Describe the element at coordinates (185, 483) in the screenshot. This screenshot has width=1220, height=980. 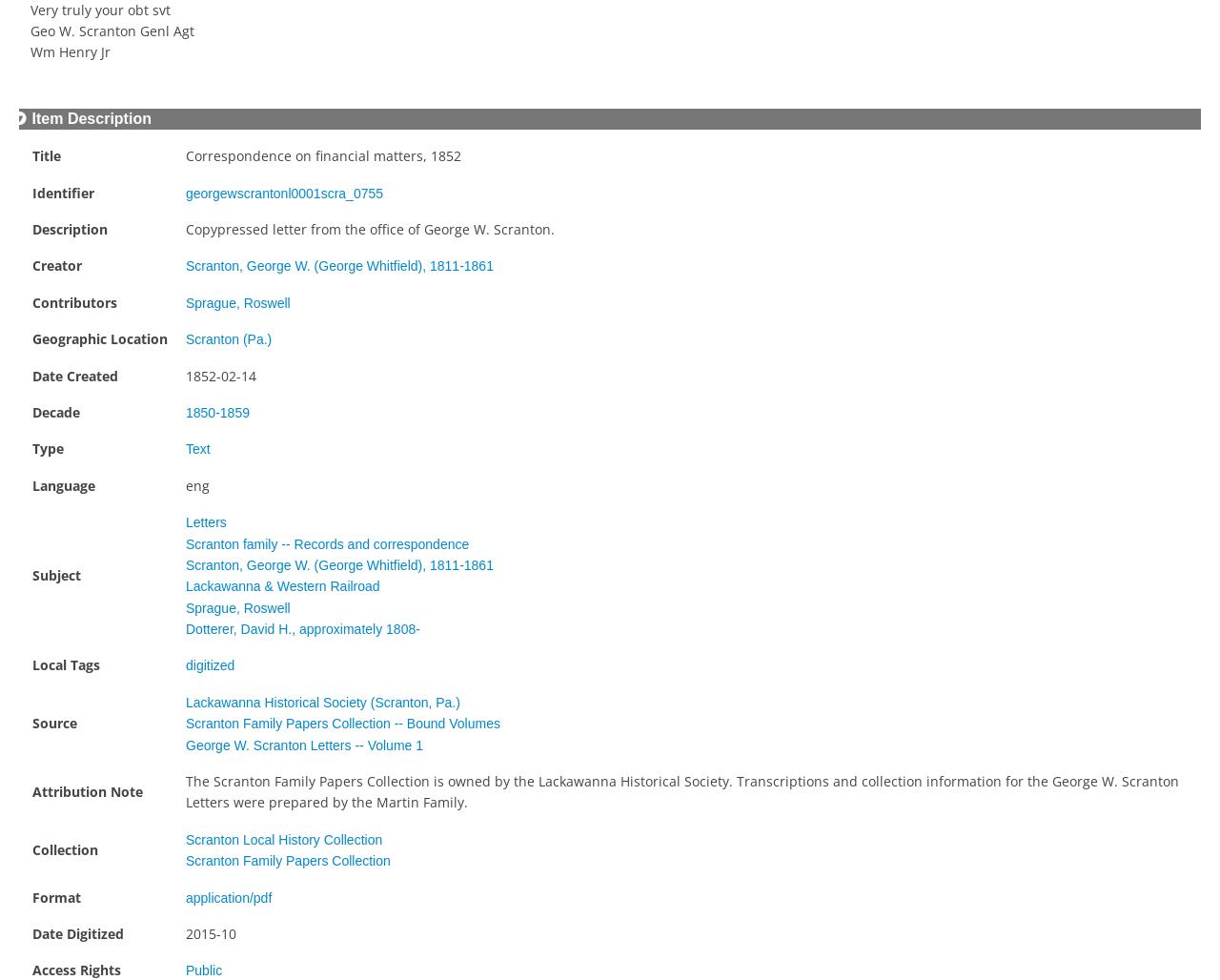
I see `'eng'` at that location.